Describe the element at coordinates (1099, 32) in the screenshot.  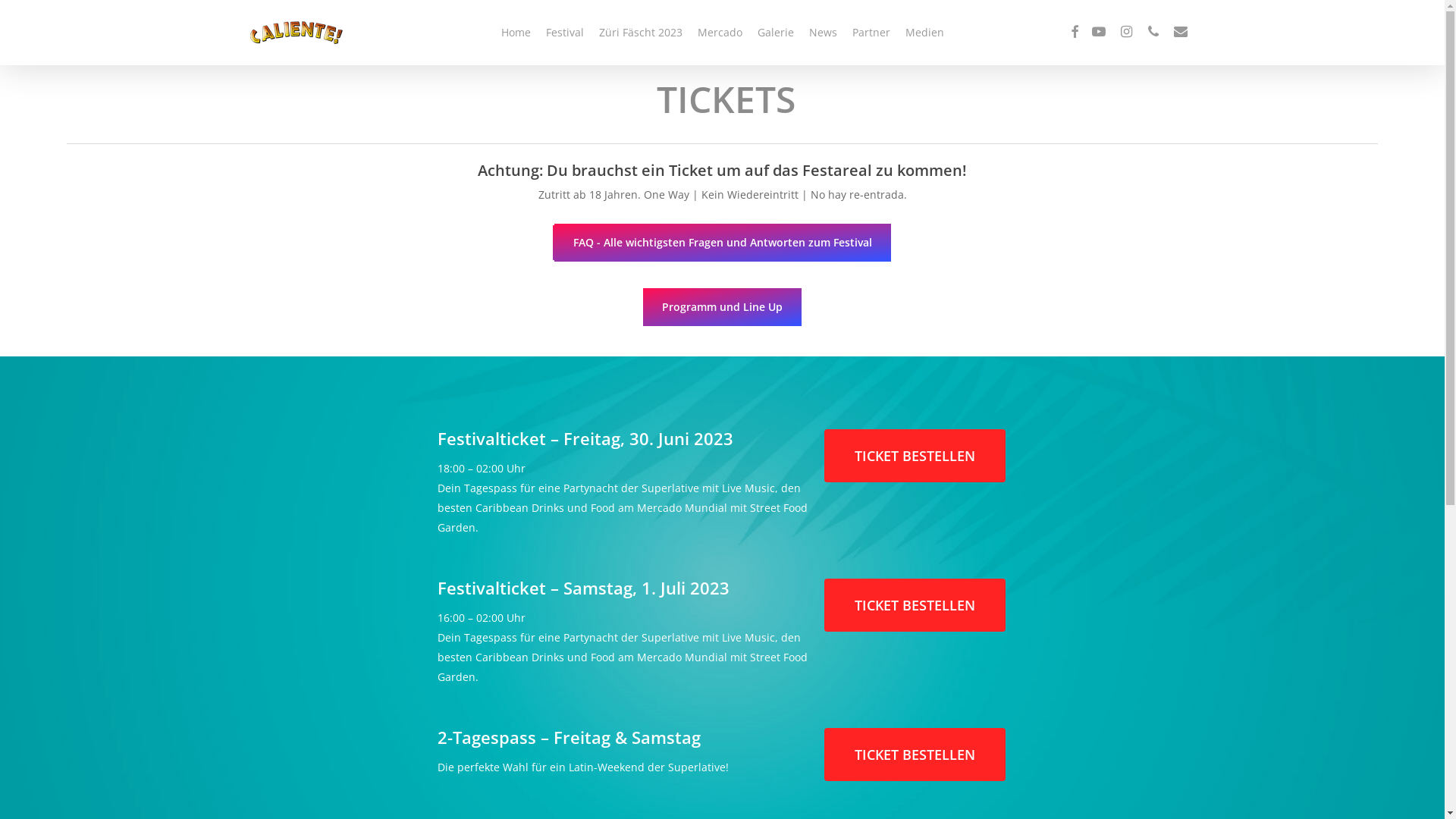
I see `'youtube'` at that location.